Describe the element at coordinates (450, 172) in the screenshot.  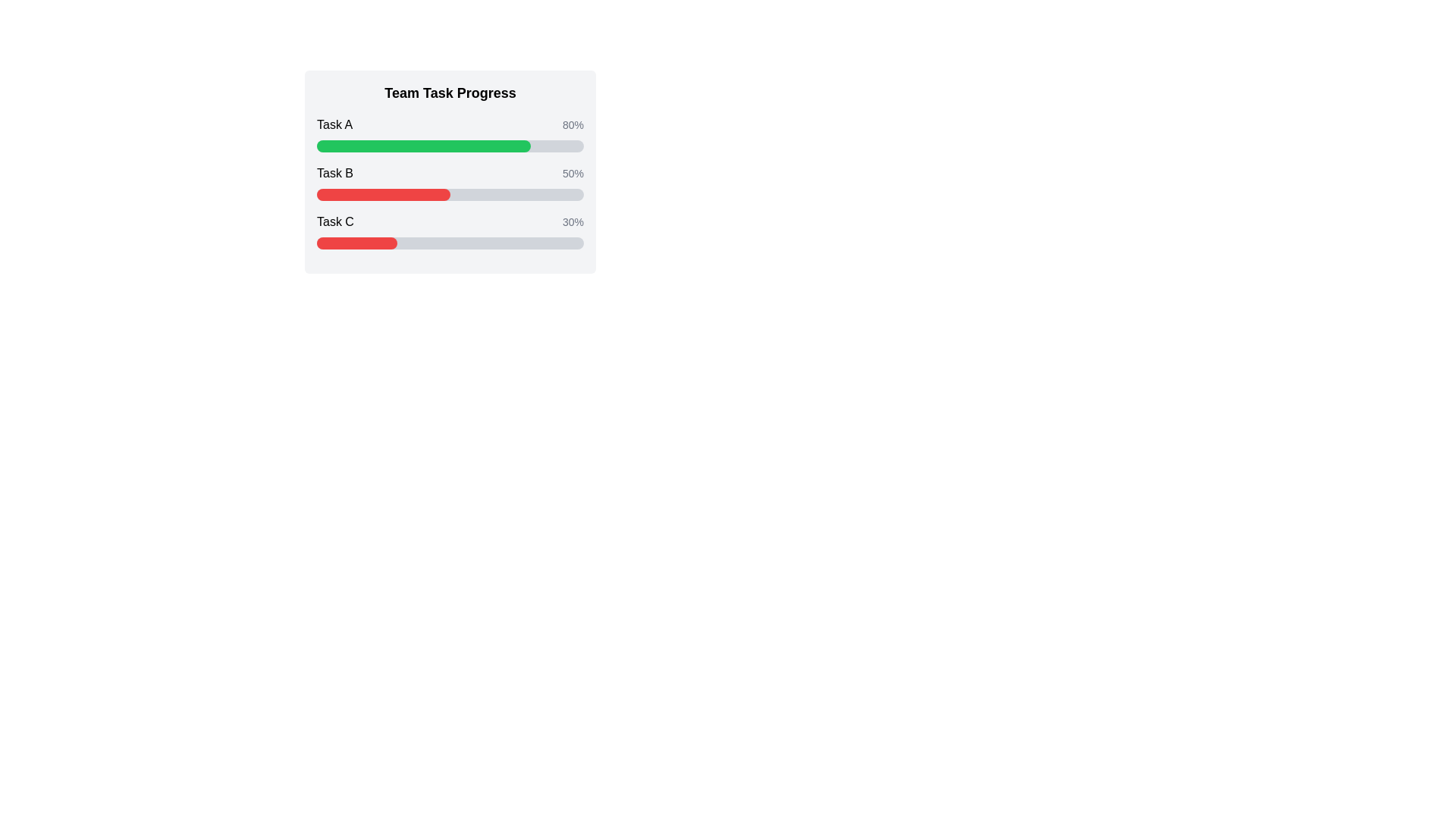
I see `the progress indicator for 'Task B' which shows '50%' completion, located in the 'Team Task Progress' section below 'Task A'` at that location.